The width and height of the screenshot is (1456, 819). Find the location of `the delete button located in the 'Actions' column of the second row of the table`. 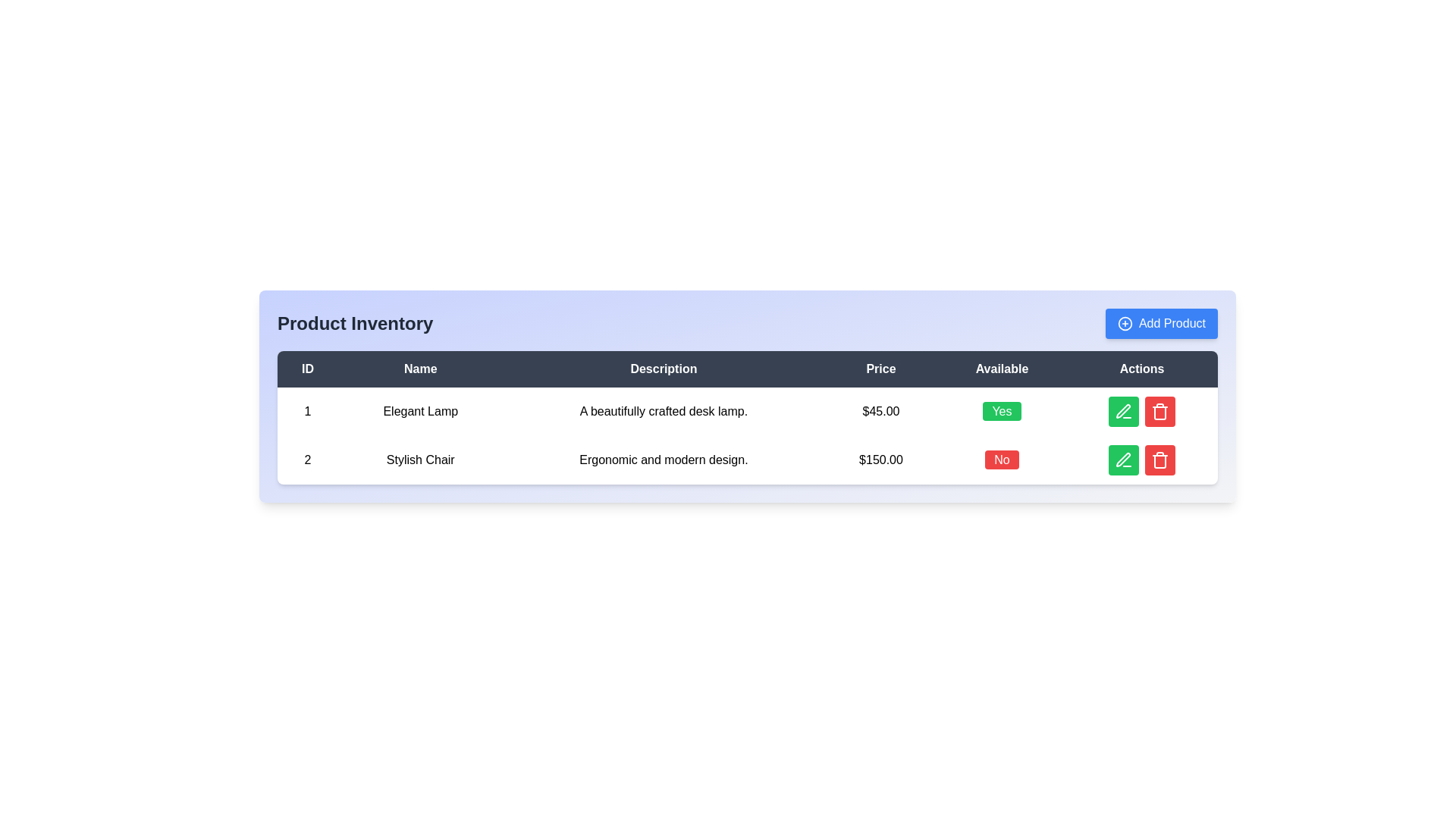

the delete button located in the 'Actions' column of the second row of the table is located at coordinates (1159, 412).